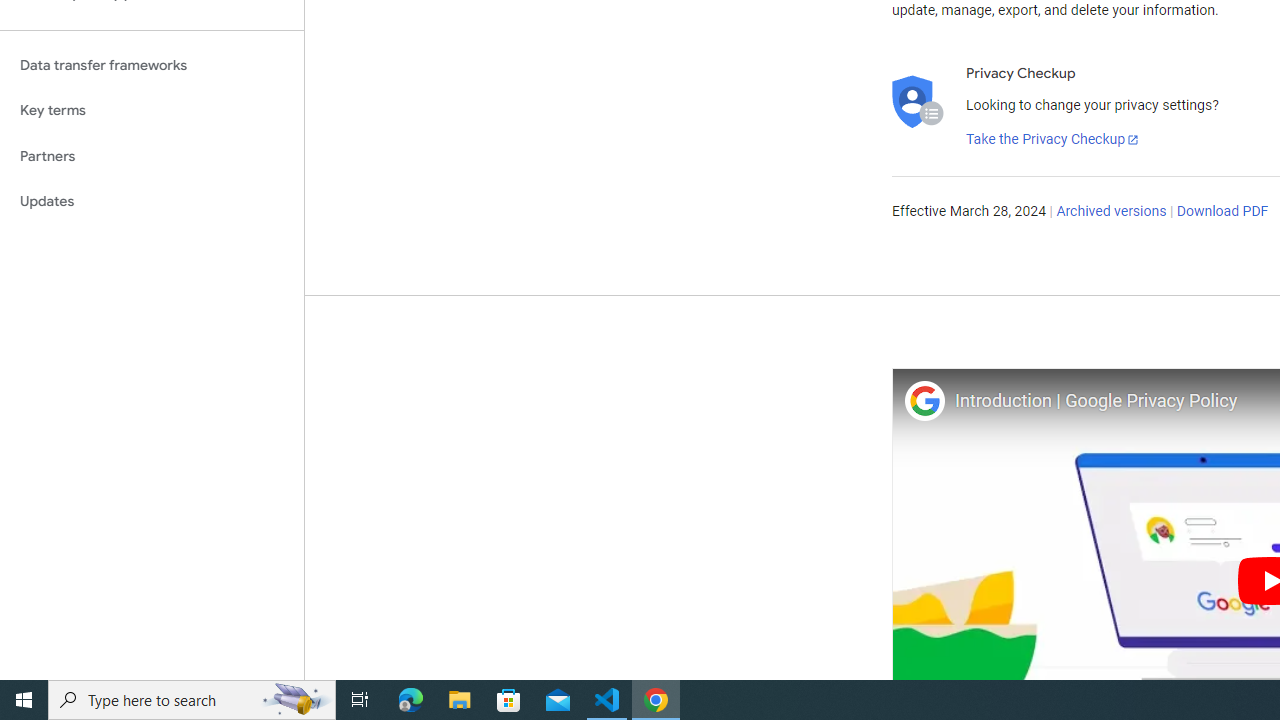 This screenshot has width=1280, height=720. I want to click on 'Archived versions', so click(1110, 212).